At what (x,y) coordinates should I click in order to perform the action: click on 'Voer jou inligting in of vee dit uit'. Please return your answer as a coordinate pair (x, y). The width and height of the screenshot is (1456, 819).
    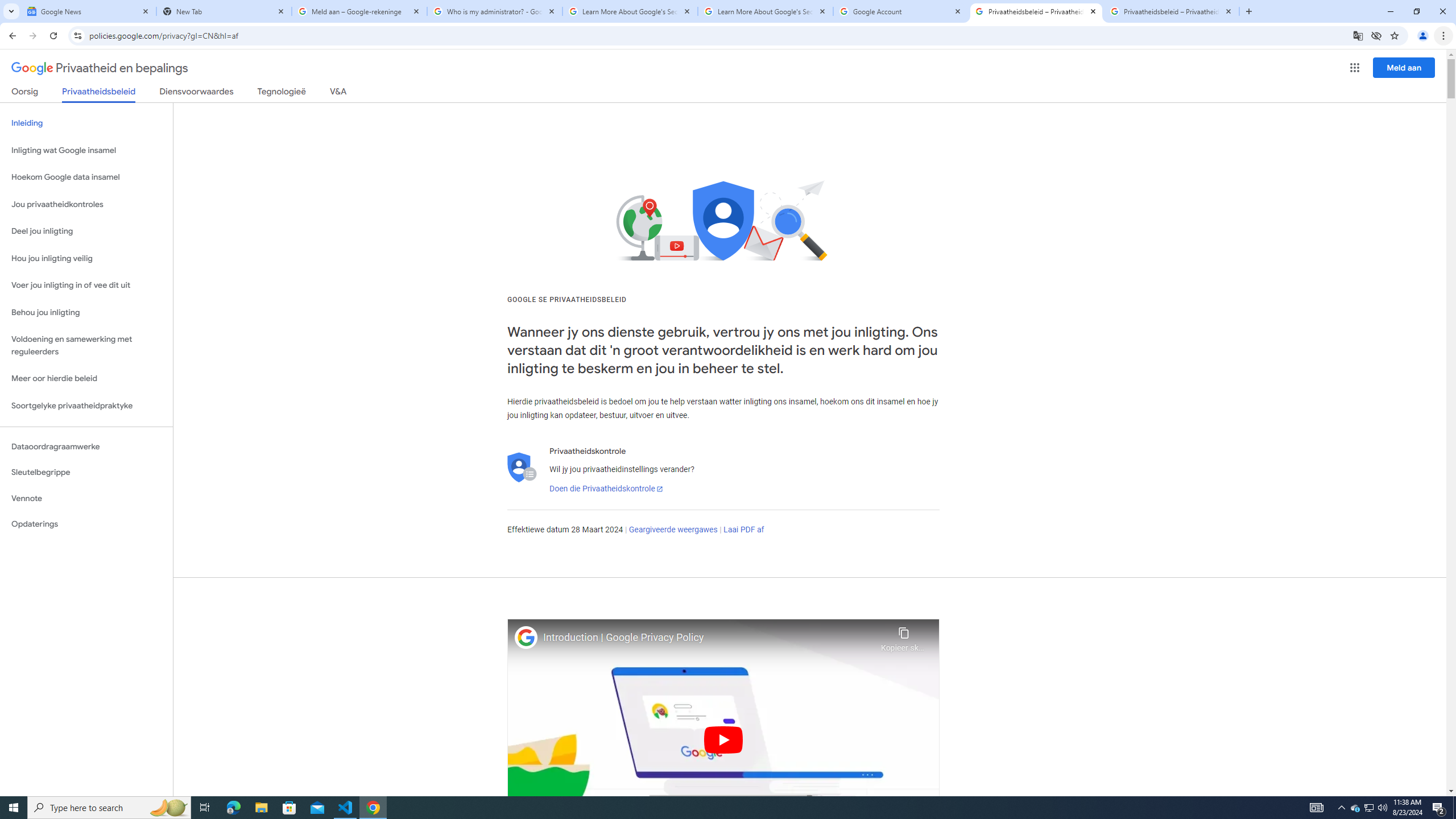
    Looking at the image, I should click on (86, 285).